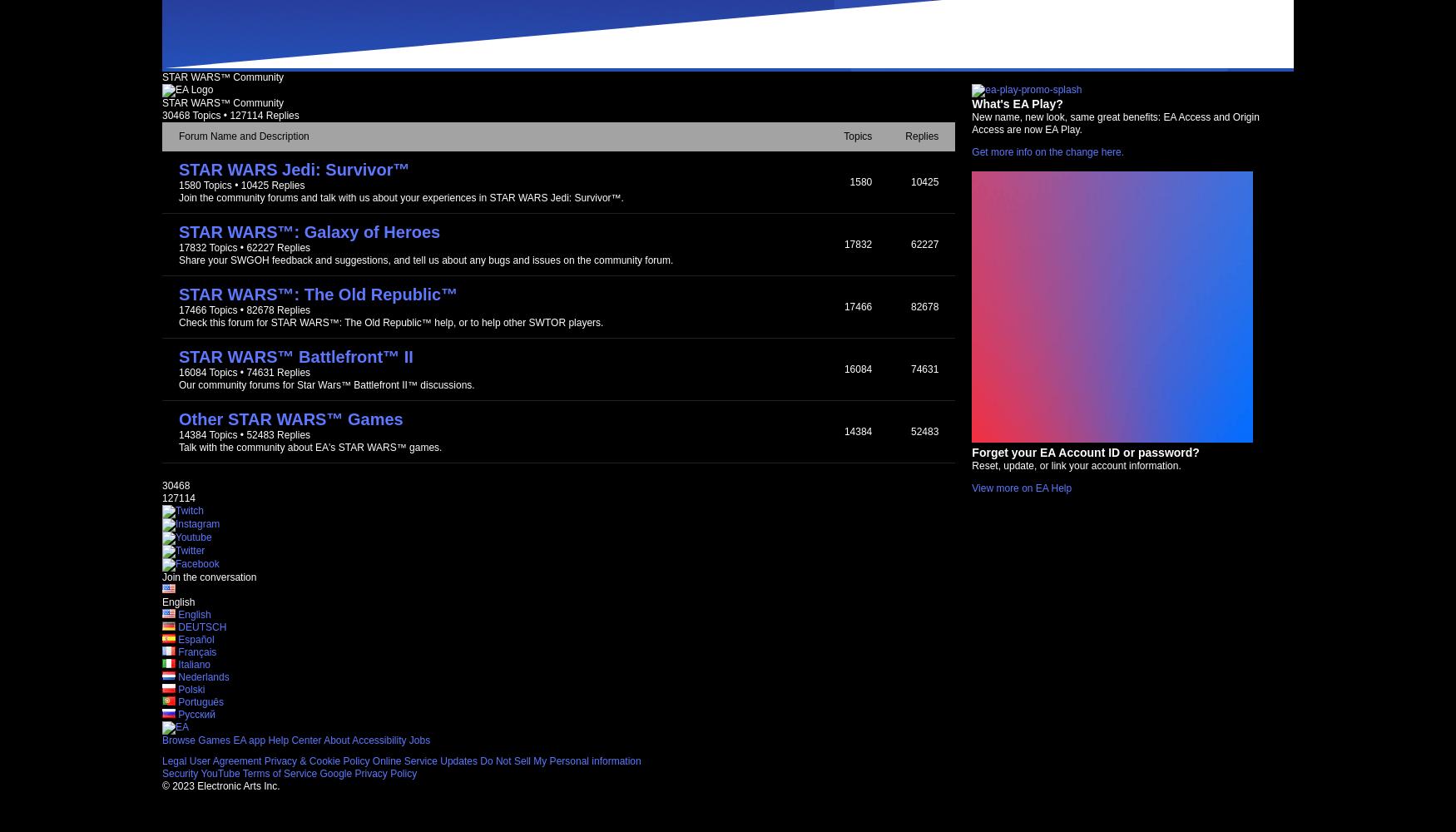  I want to click on 'Talk with the community about EA's STAR WARS™ games.', so click(310, 448).